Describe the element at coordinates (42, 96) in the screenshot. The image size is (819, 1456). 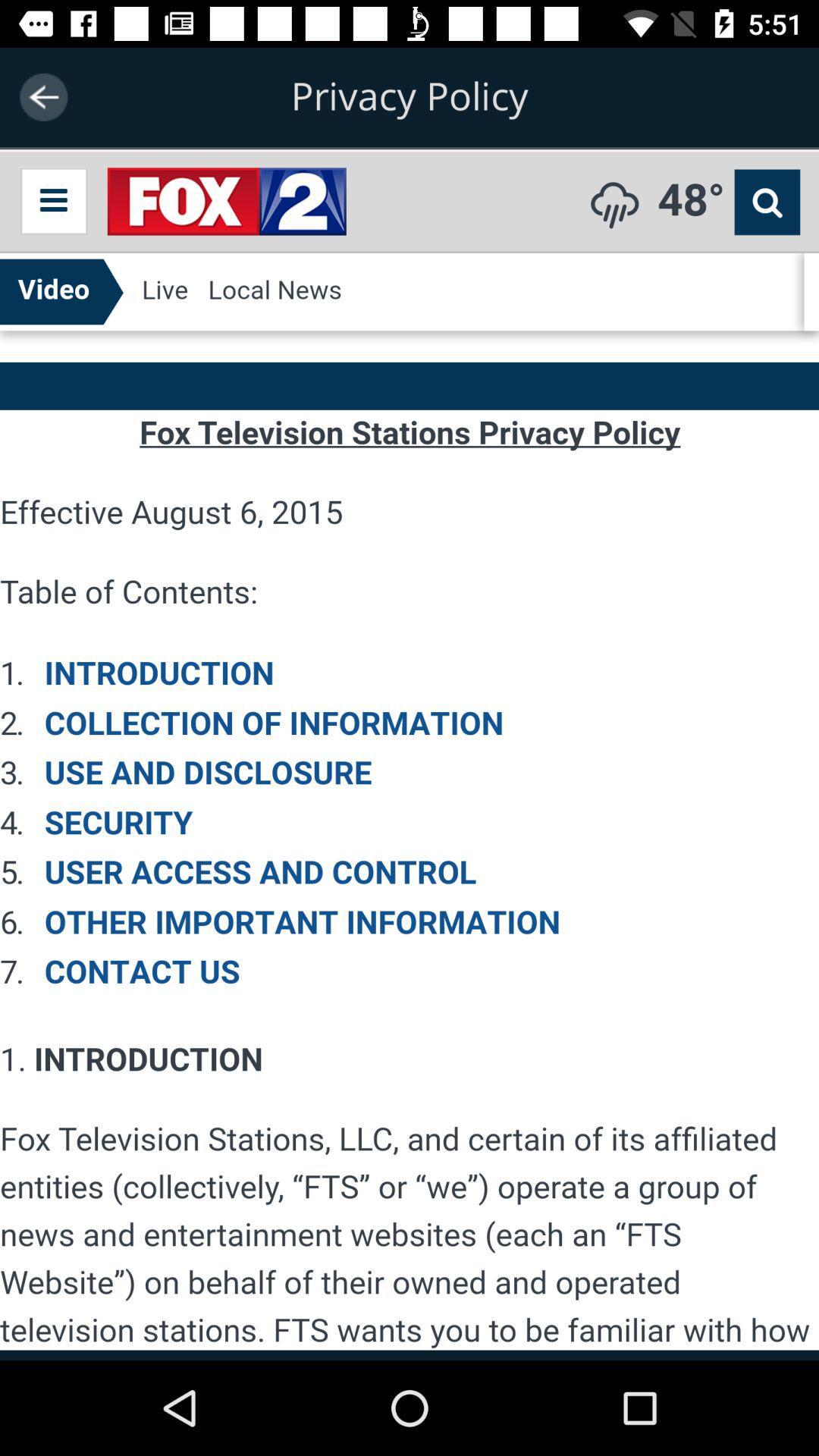
I see `the arrow_backward icon` at that location.